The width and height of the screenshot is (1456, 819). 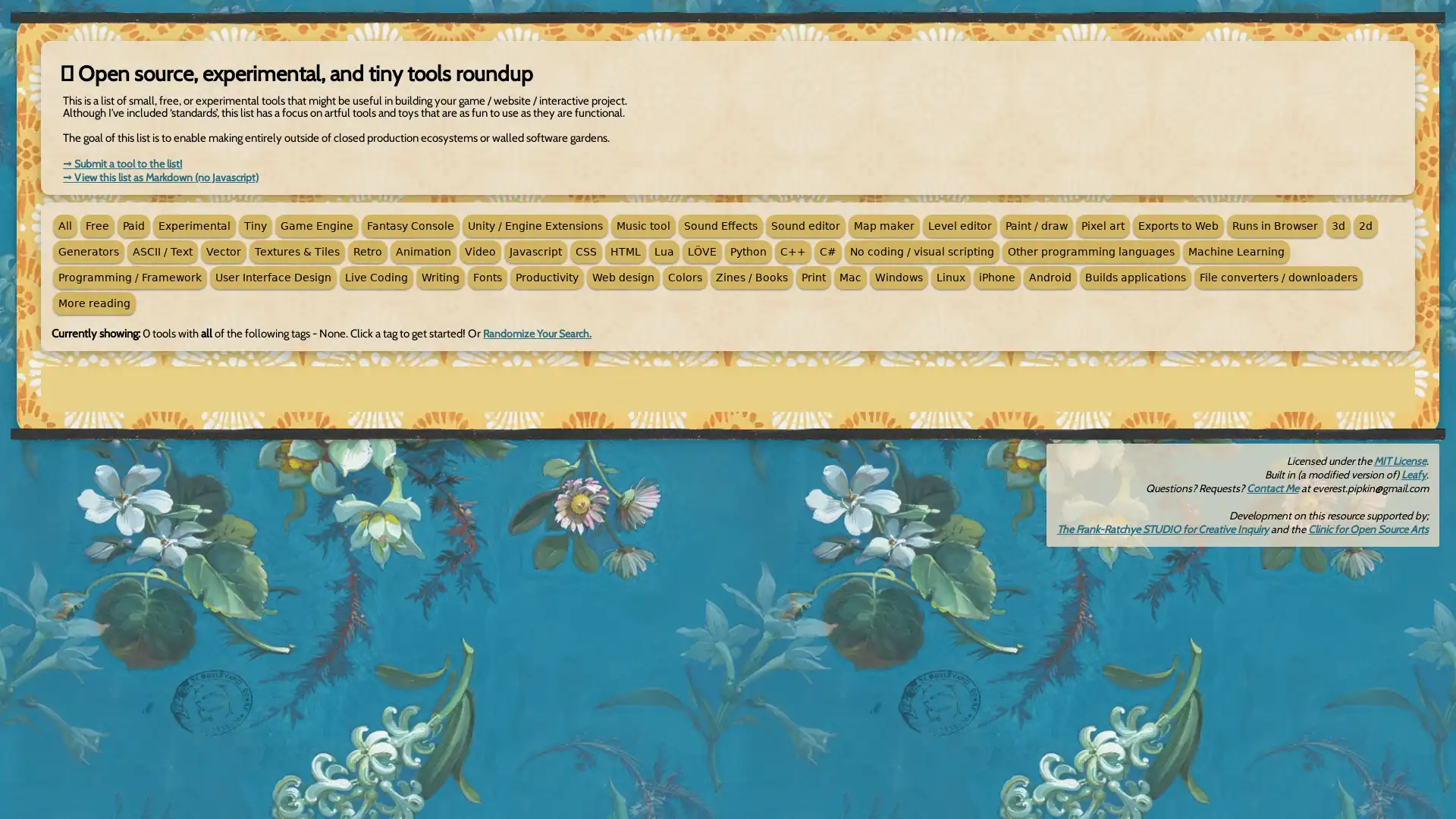 What do you see at coordinates (1050, 278) in the screenshot?
I see `Android` at bounding box center [1050, 278].